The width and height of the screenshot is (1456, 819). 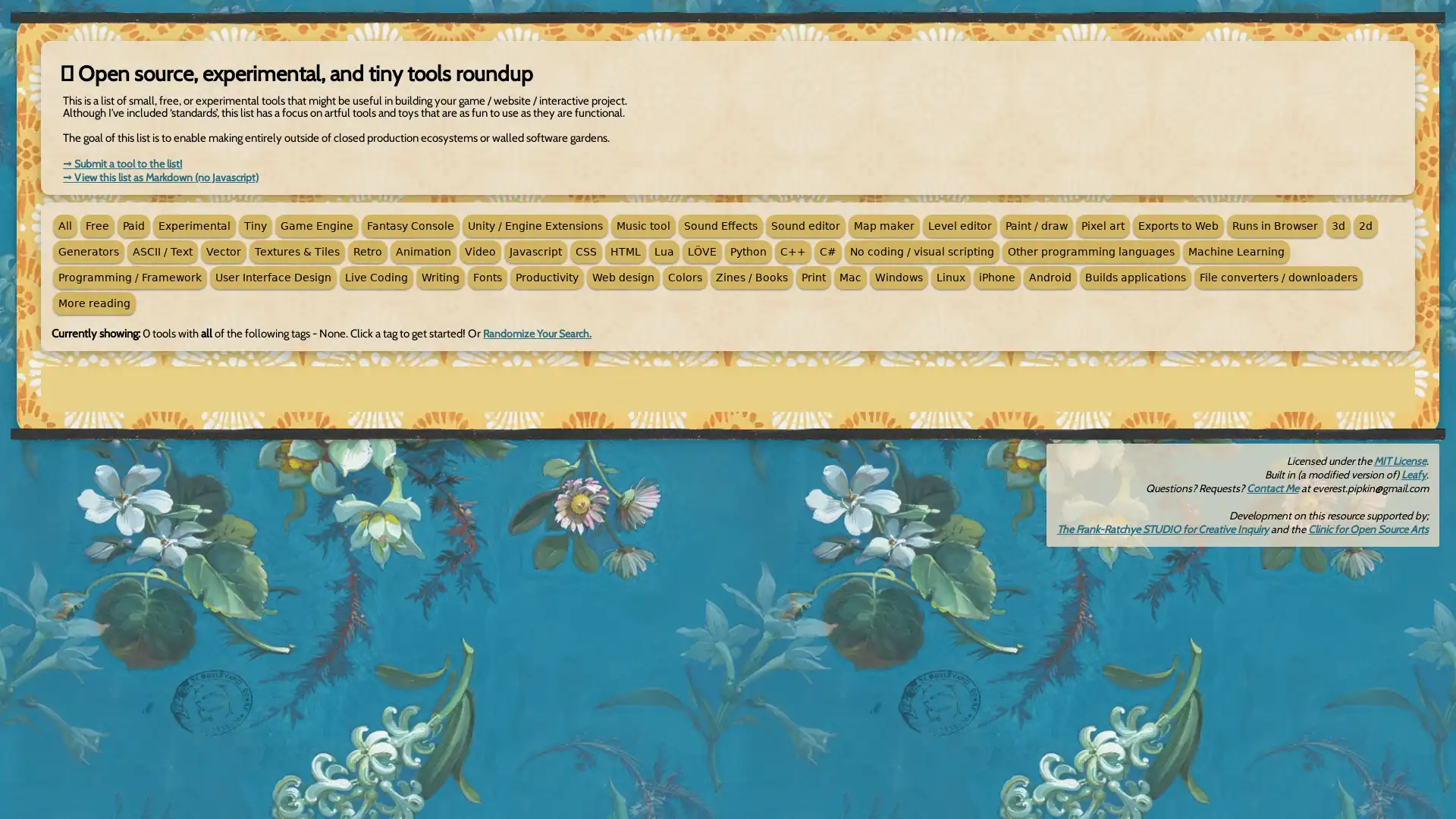 What do you see at coordinates (1050, 278) in the screenshot?
I see `Android` at bounding box center [1050, 278].